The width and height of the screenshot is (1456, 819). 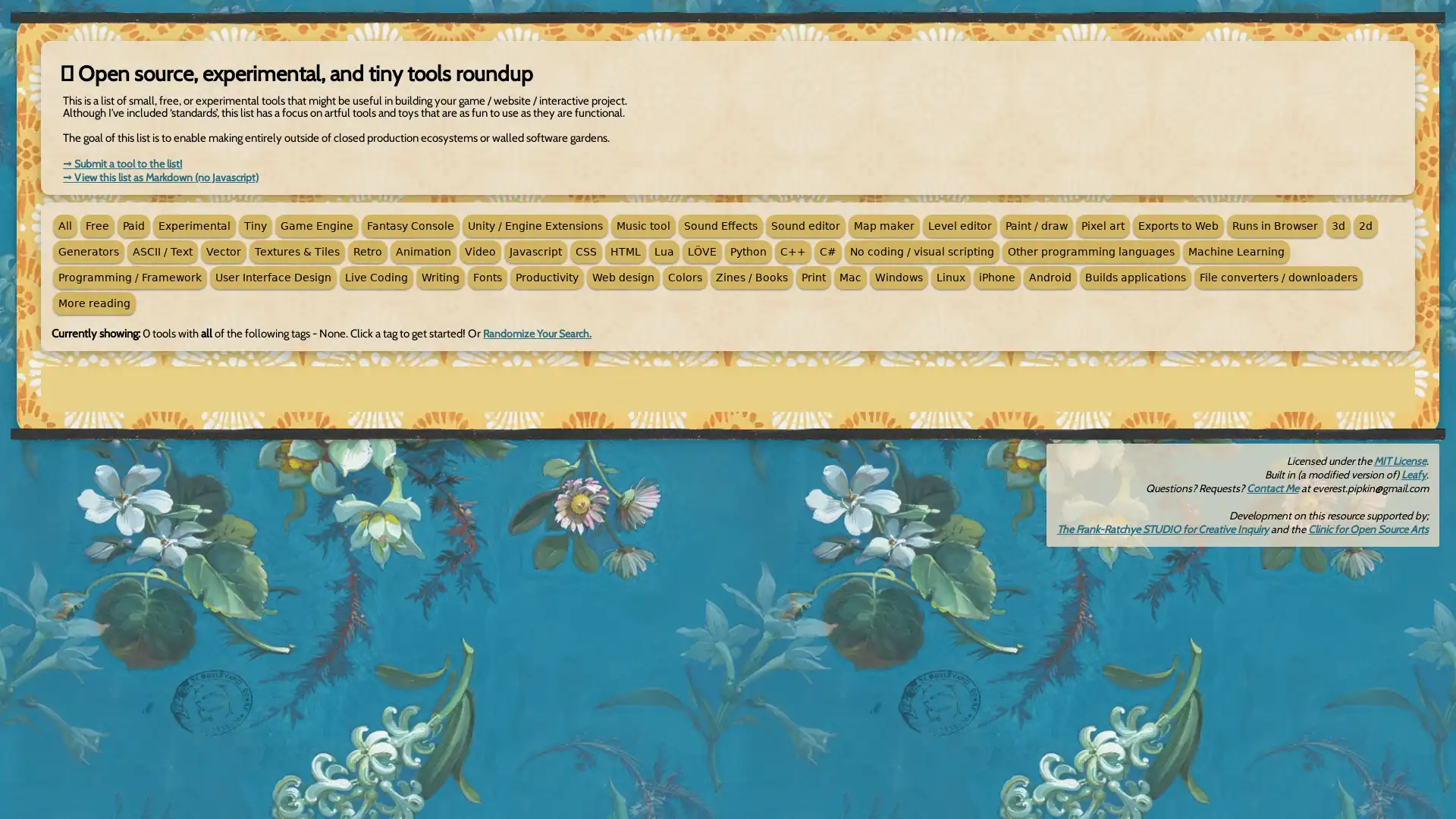 What do you see at coordinates (1050, 278) in the screenshot?
I see `Android` at bounding box center [1050, 278].